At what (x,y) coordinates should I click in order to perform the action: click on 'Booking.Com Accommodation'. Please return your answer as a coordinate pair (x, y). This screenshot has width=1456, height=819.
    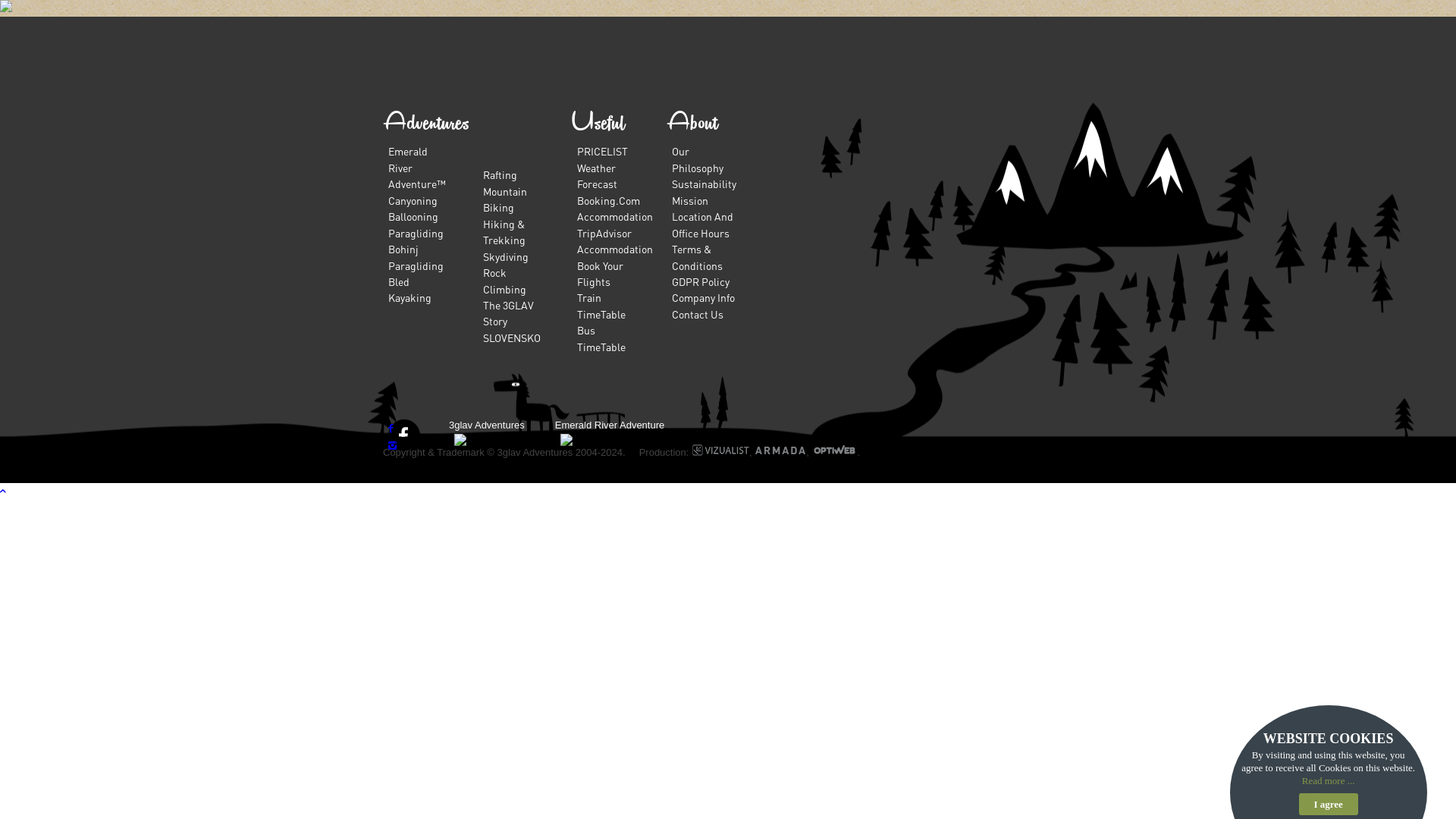
    Looking at the image, I should click on (615, 208).